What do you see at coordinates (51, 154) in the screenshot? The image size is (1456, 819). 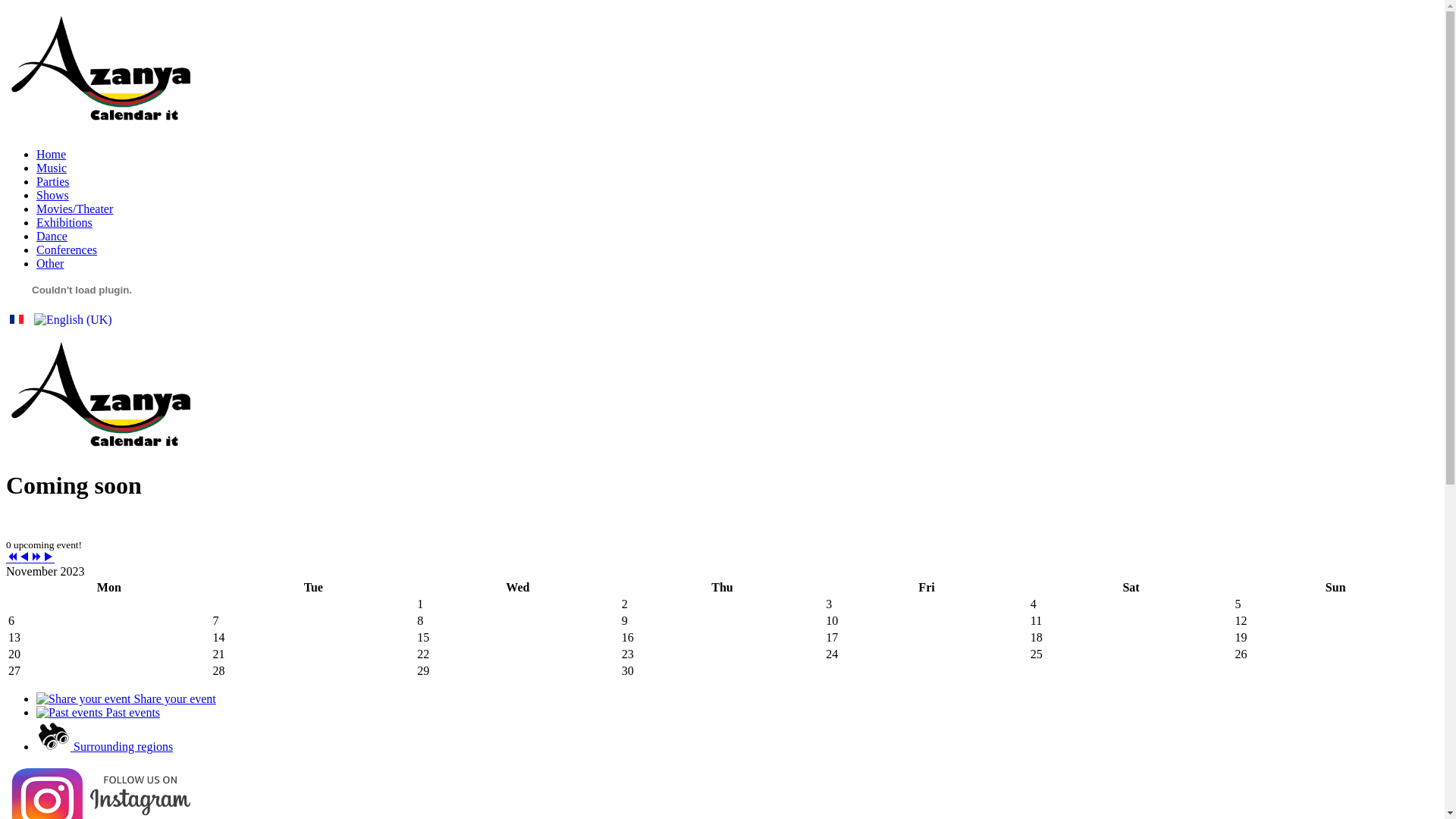 I see `'Home'` at bounding box center [51, 154].